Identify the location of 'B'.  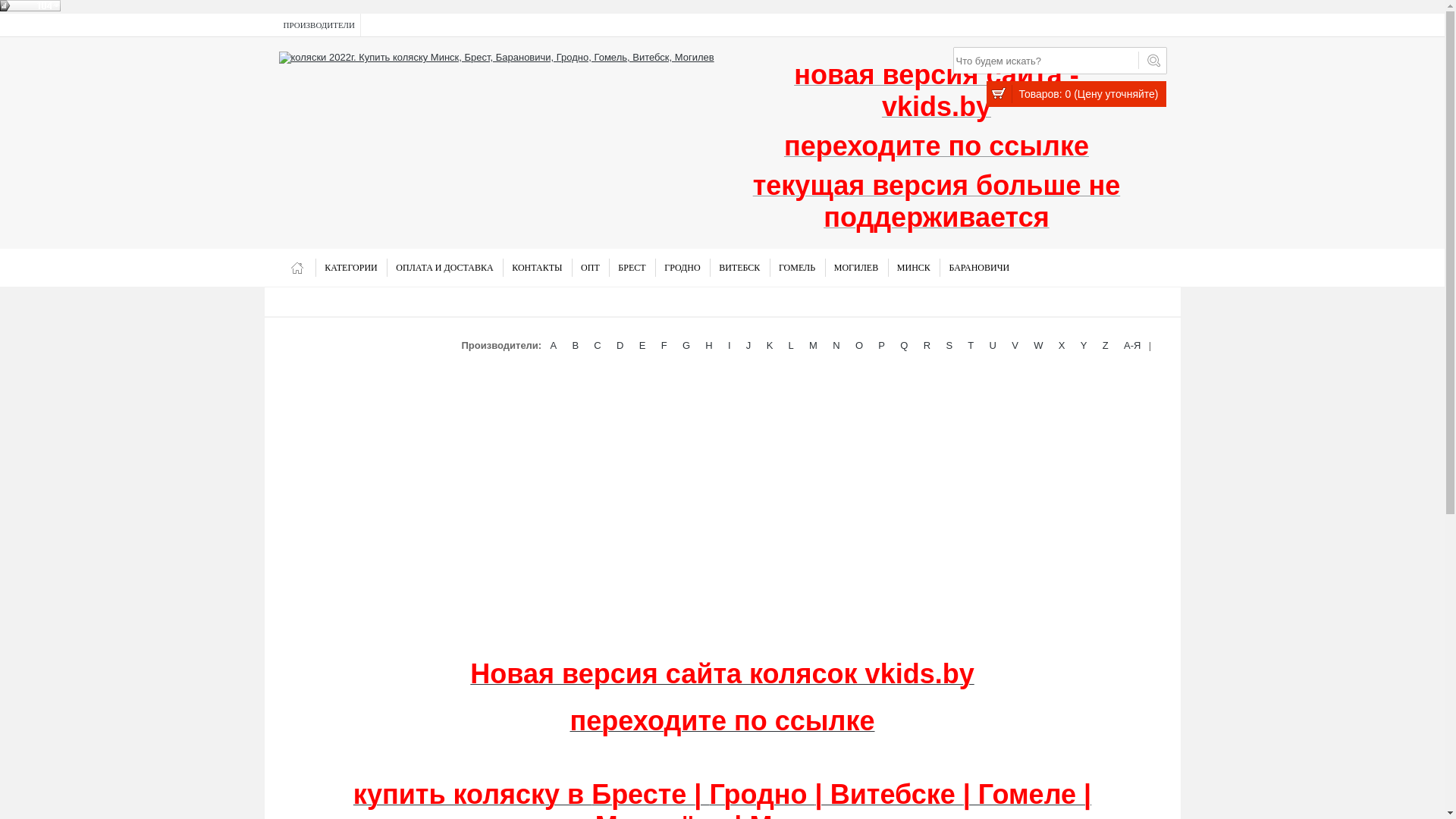
(574, 345).